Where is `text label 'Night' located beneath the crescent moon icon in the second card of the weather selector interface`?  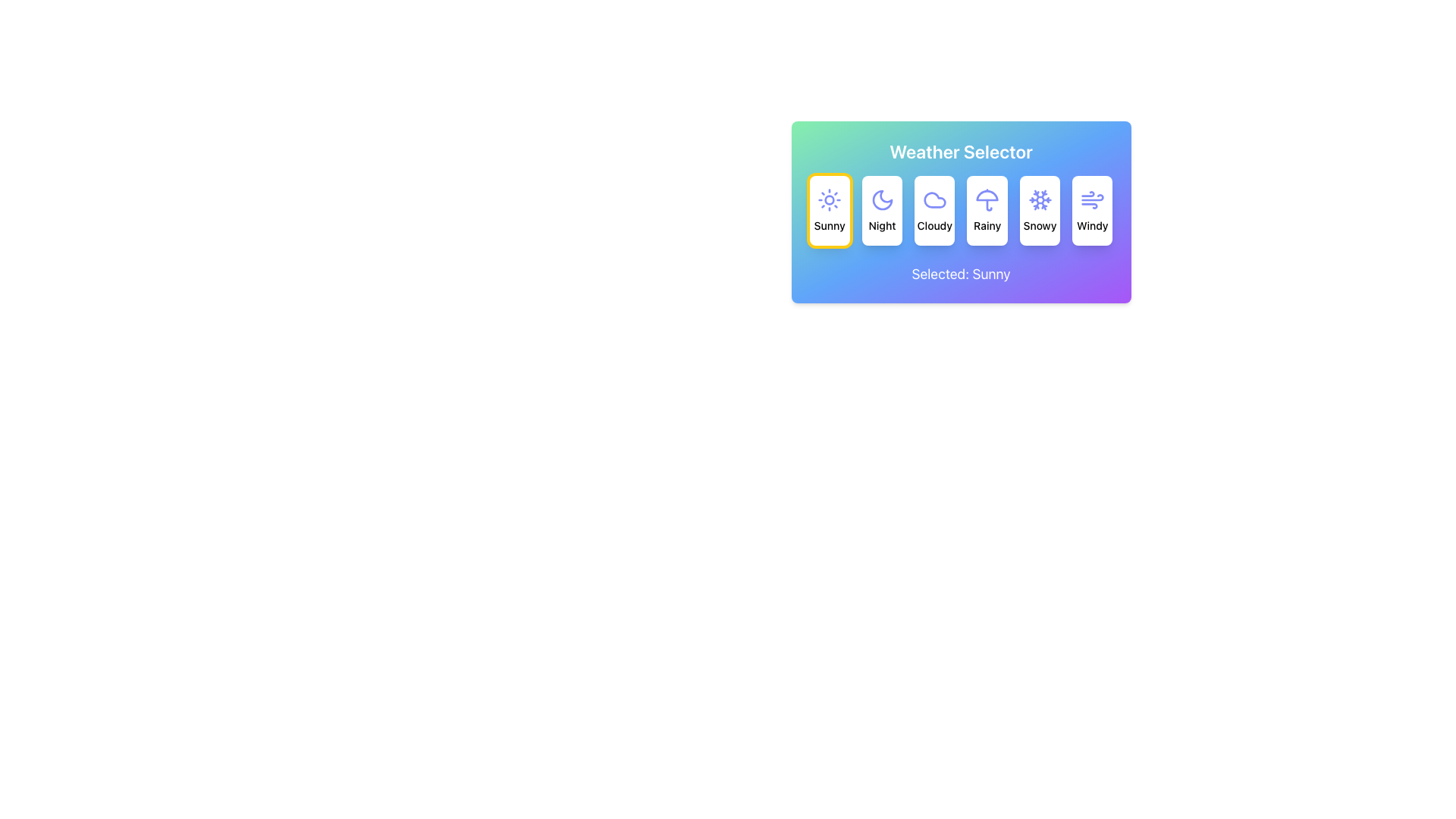 text label 'Night' located beneath the crescent moon icon in the second card of the weather selector interface is located at coordinates (882, 225).